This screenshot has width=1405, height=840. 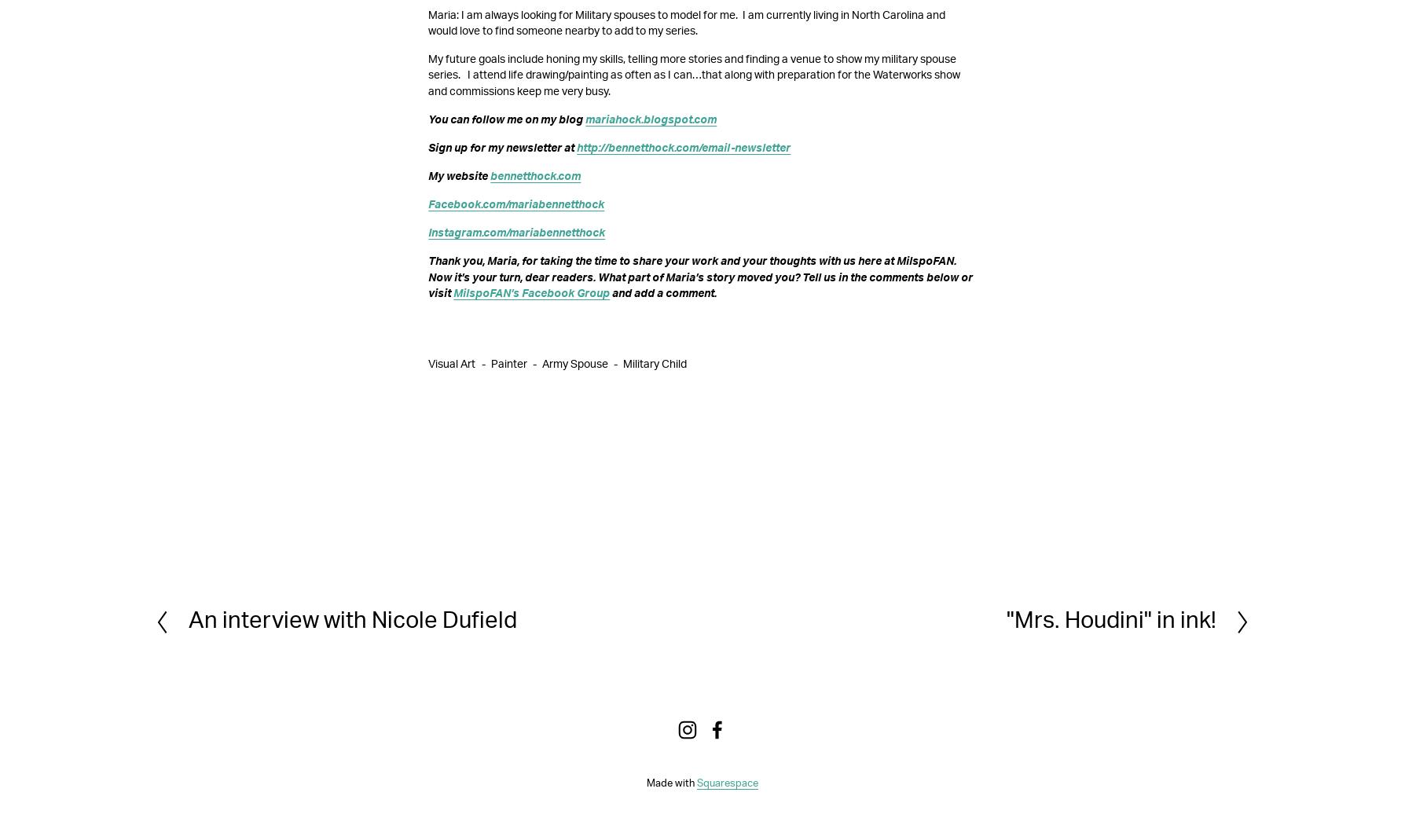 I want to click on 'Painter', so click(x=508, y=362).